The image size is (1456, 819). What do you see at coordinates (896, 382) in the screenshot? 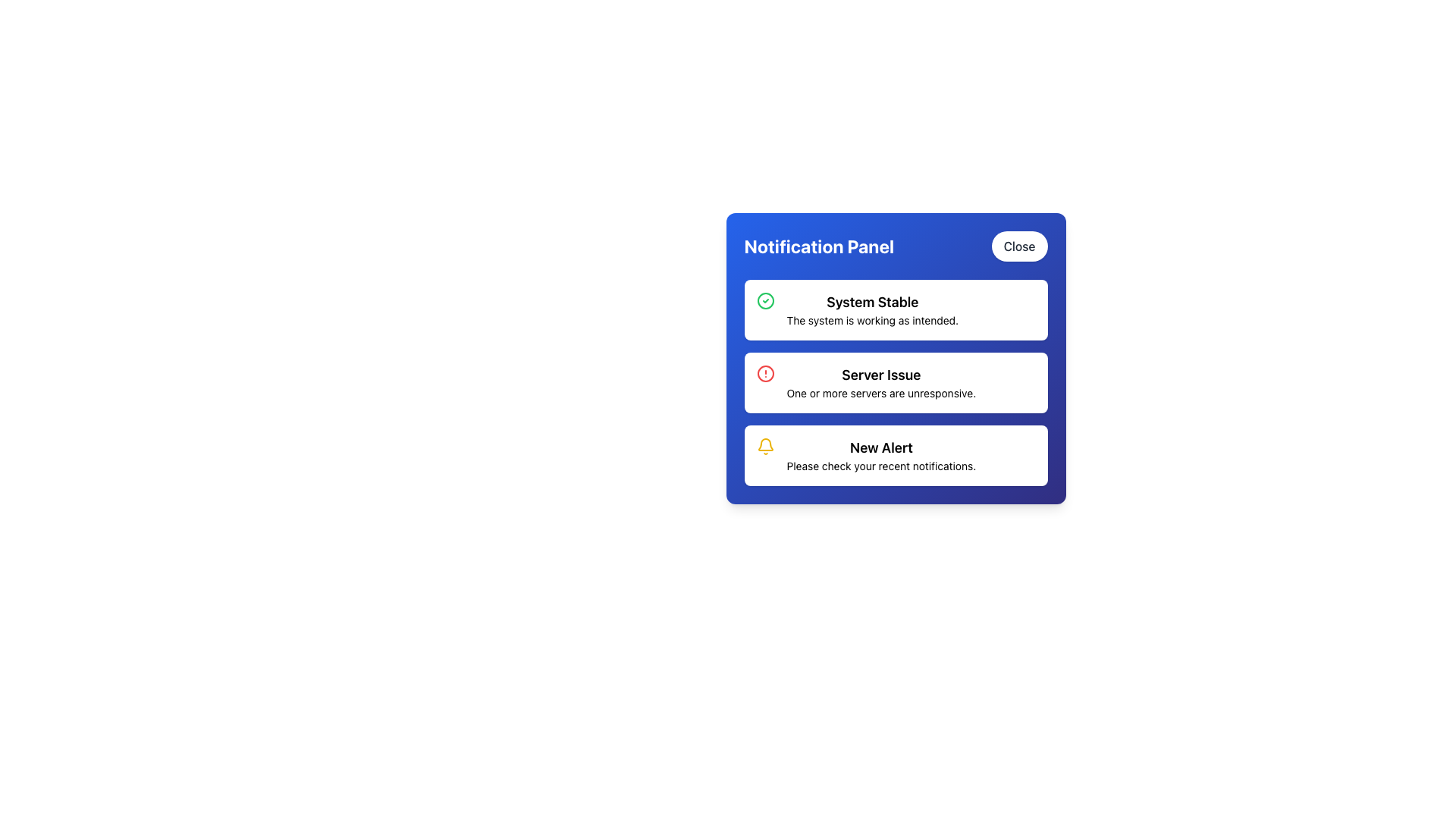
I see `the Notification banner indicating a server issue for additional details, which is the second item in the Notification Panel` at bounding box center [896, 382].